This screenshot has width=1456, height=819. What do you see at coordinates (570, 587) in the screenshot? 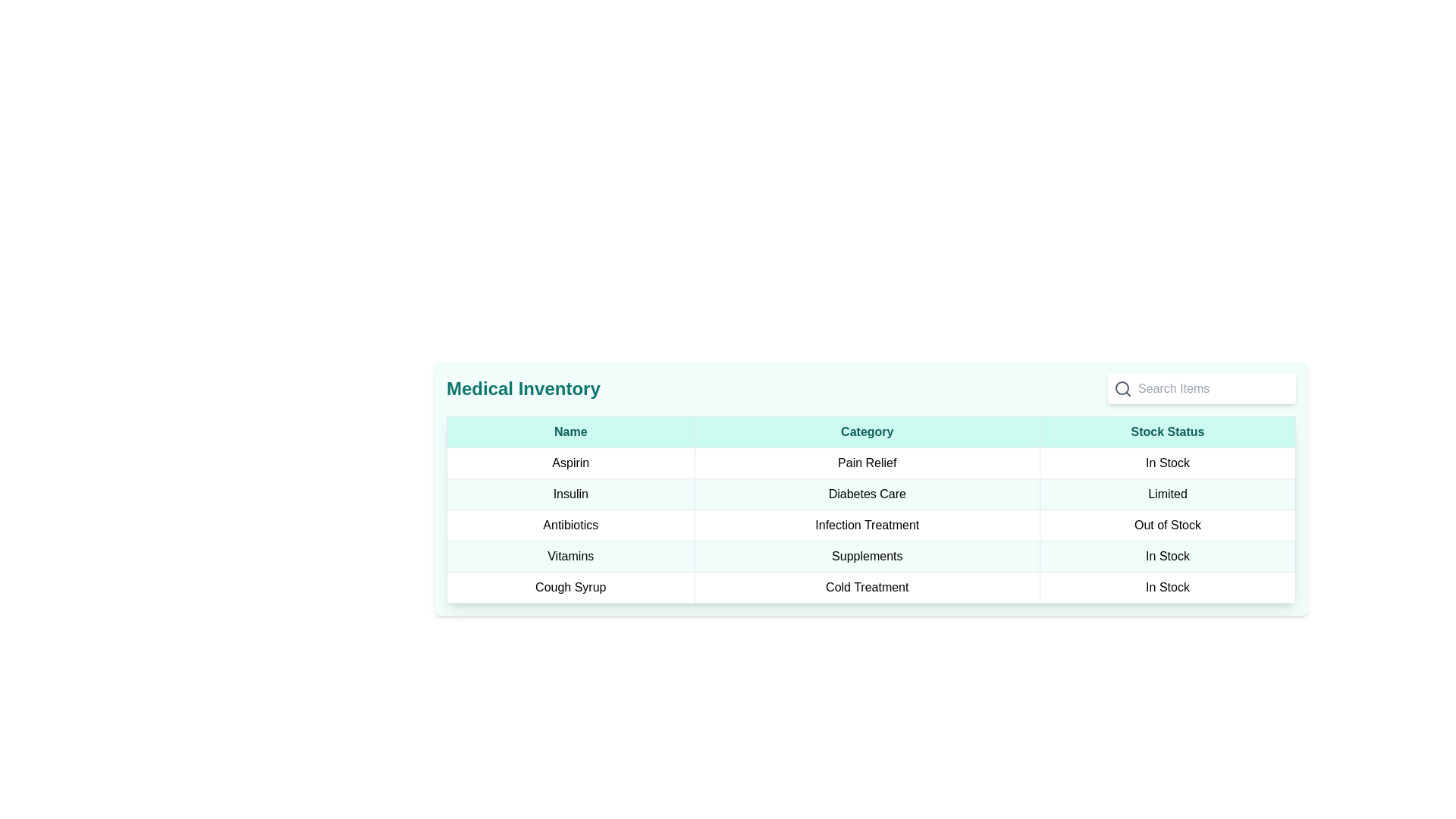
I see `the label containing the text 'Cough Syrup' which is located in the first column of the last row in a table-like grid structure, adjacent to 'Cold Treatment' in the 'Category' column` at bounding box center [570, 587].